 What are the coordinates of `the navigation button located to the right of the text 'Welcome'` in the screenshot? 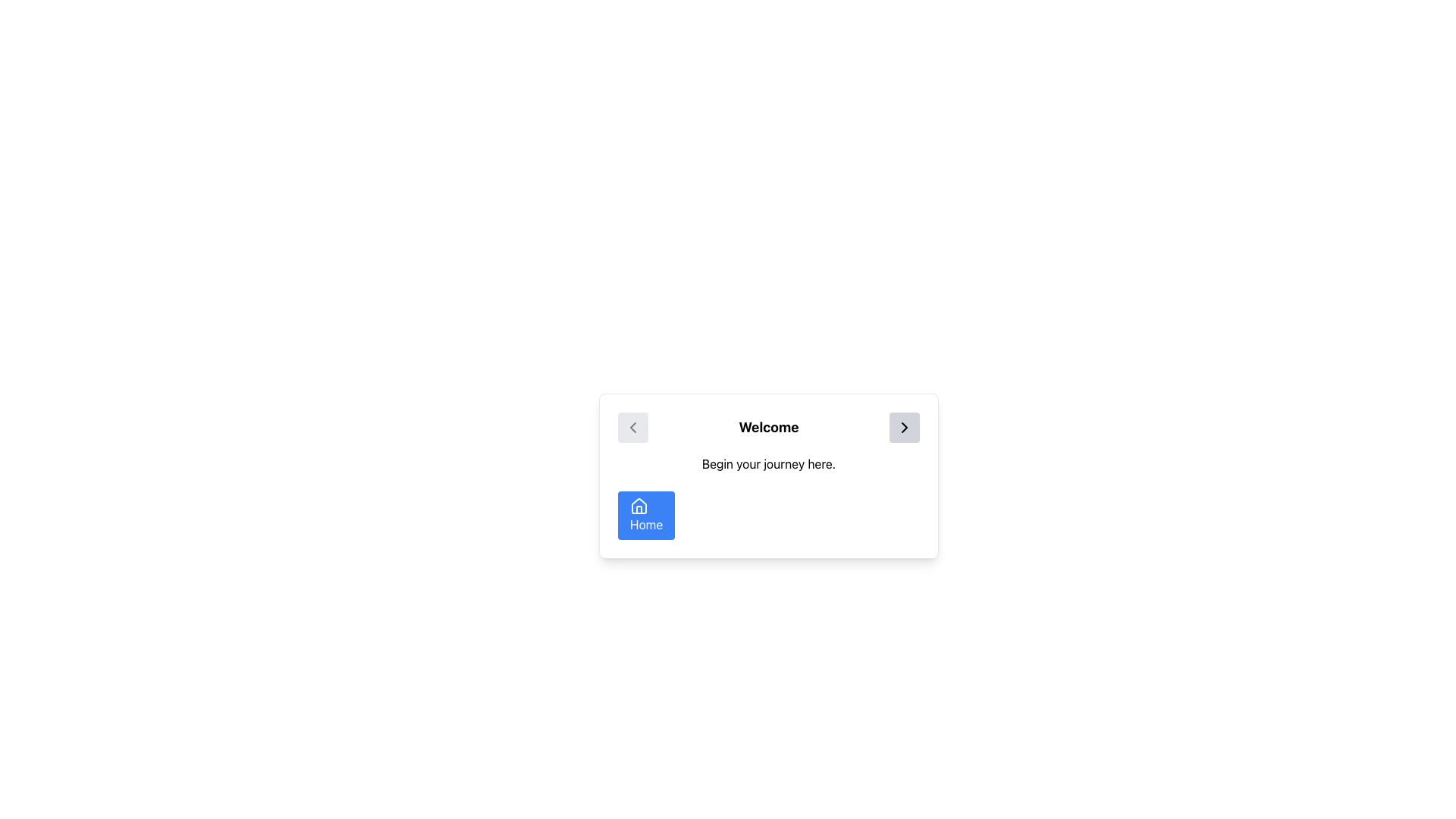 It's located at (904, 427).